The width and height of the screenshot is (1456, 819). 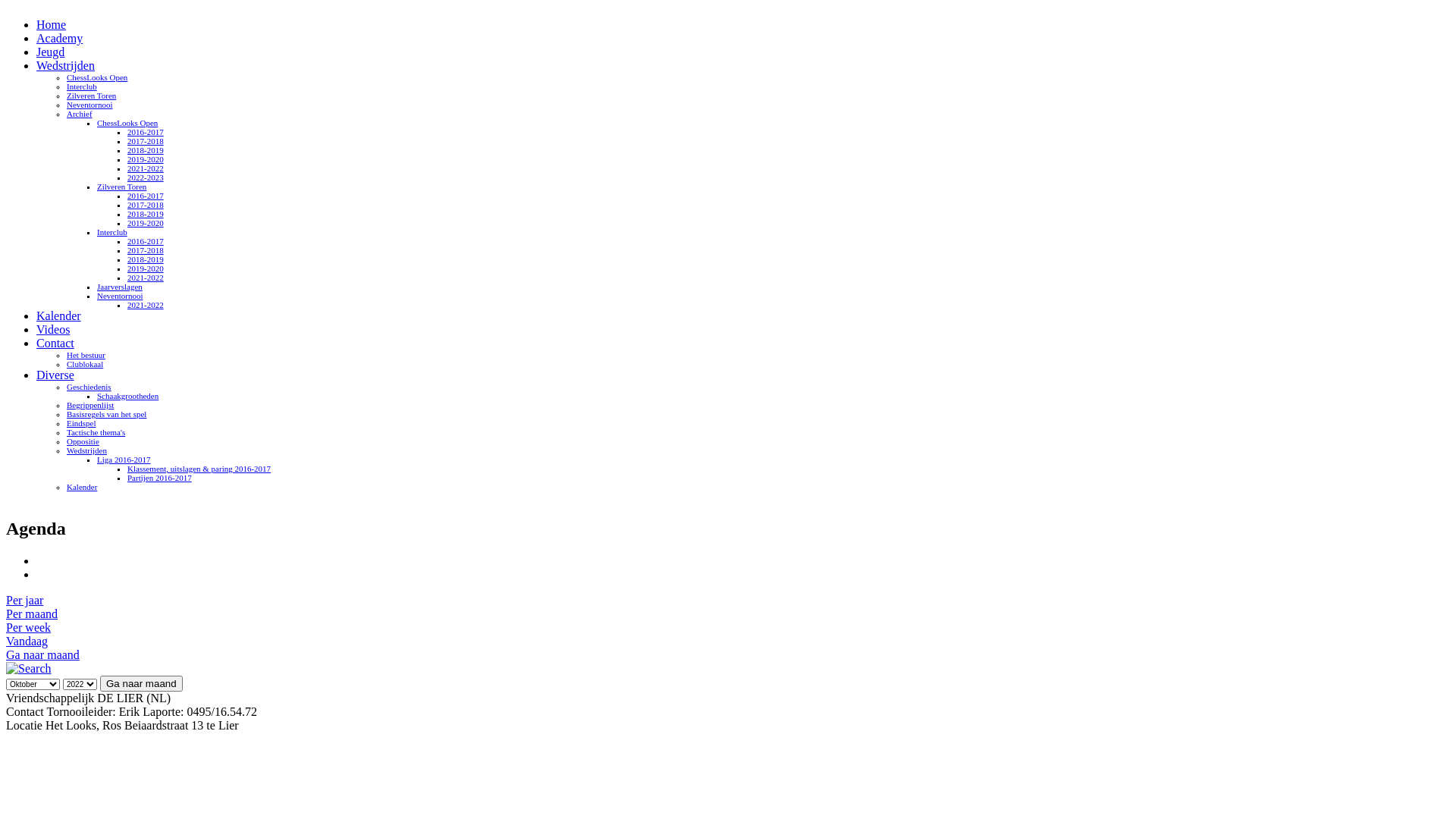 What do you see at coordinates (85, 354) in the screenshot?
I see `'Het bestuur'` at bounding box center [85, 354].